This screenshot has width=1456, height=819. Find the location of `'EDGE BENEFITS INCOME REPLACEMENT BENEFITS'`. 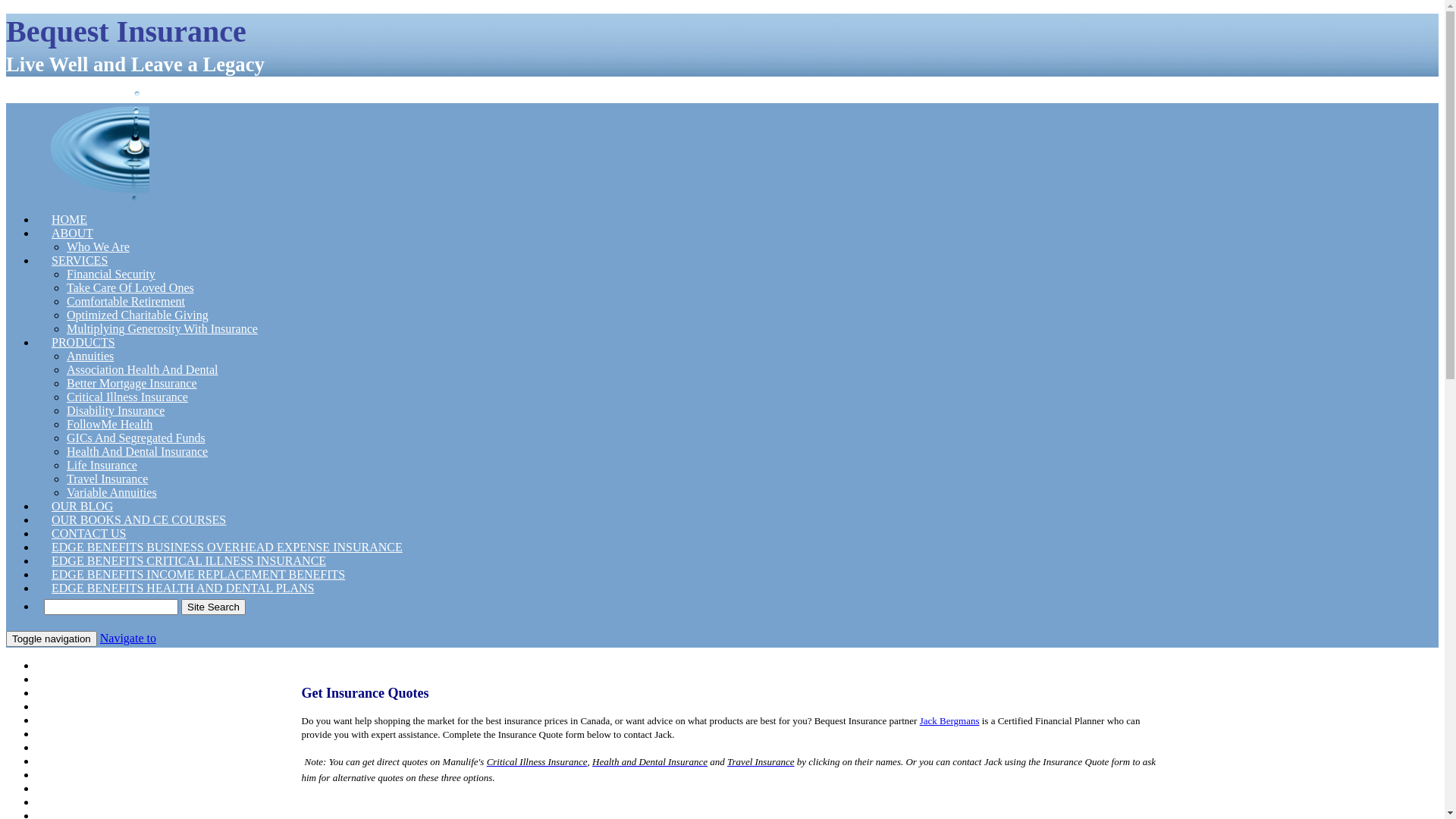

'EDGE BENEFITS INCOME REPLACEMENT BENEFITS' is located at coordinates (197, 574).